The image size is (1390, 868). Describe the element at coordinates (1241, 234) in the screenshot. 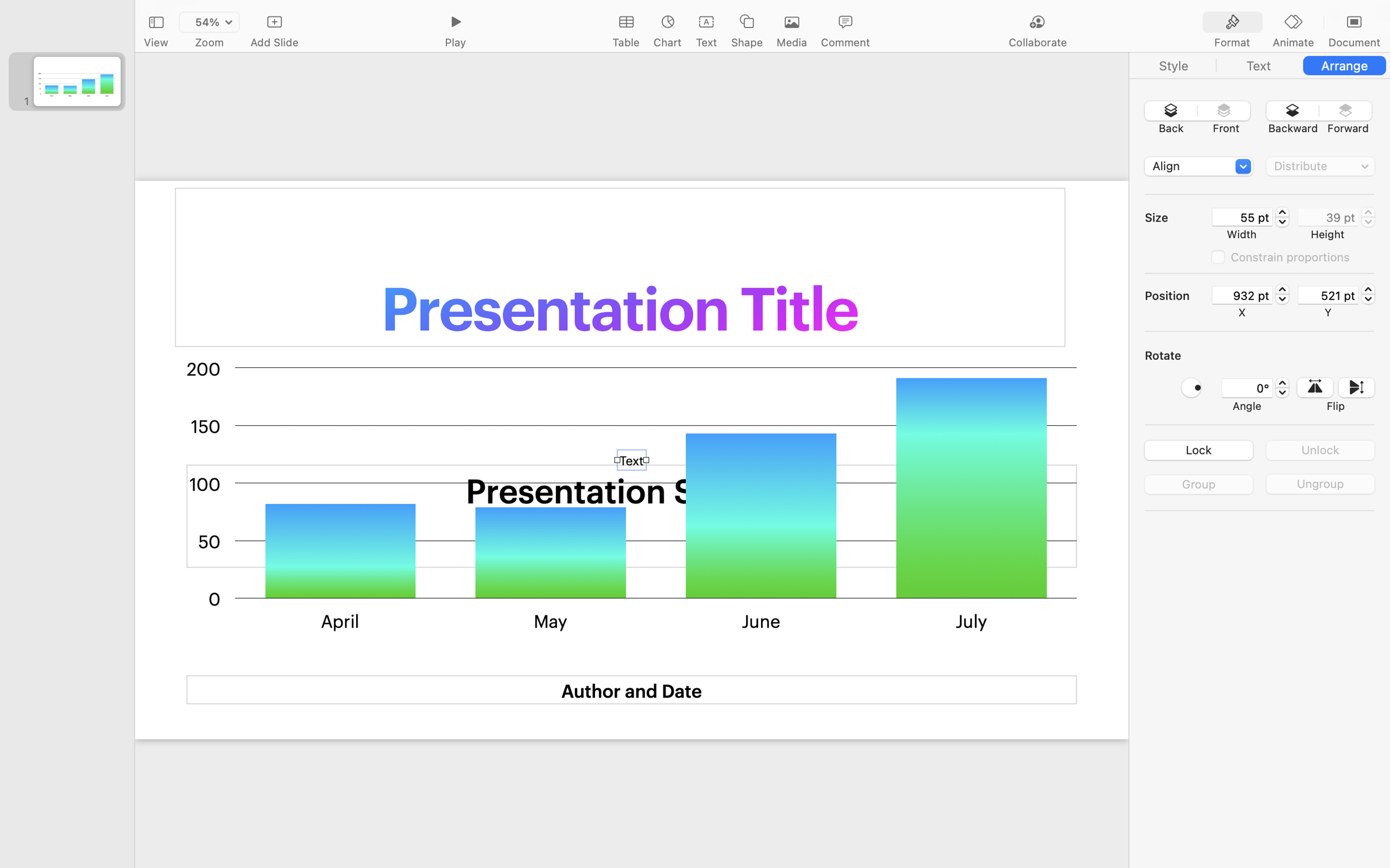

I see `'Width'` at that location.